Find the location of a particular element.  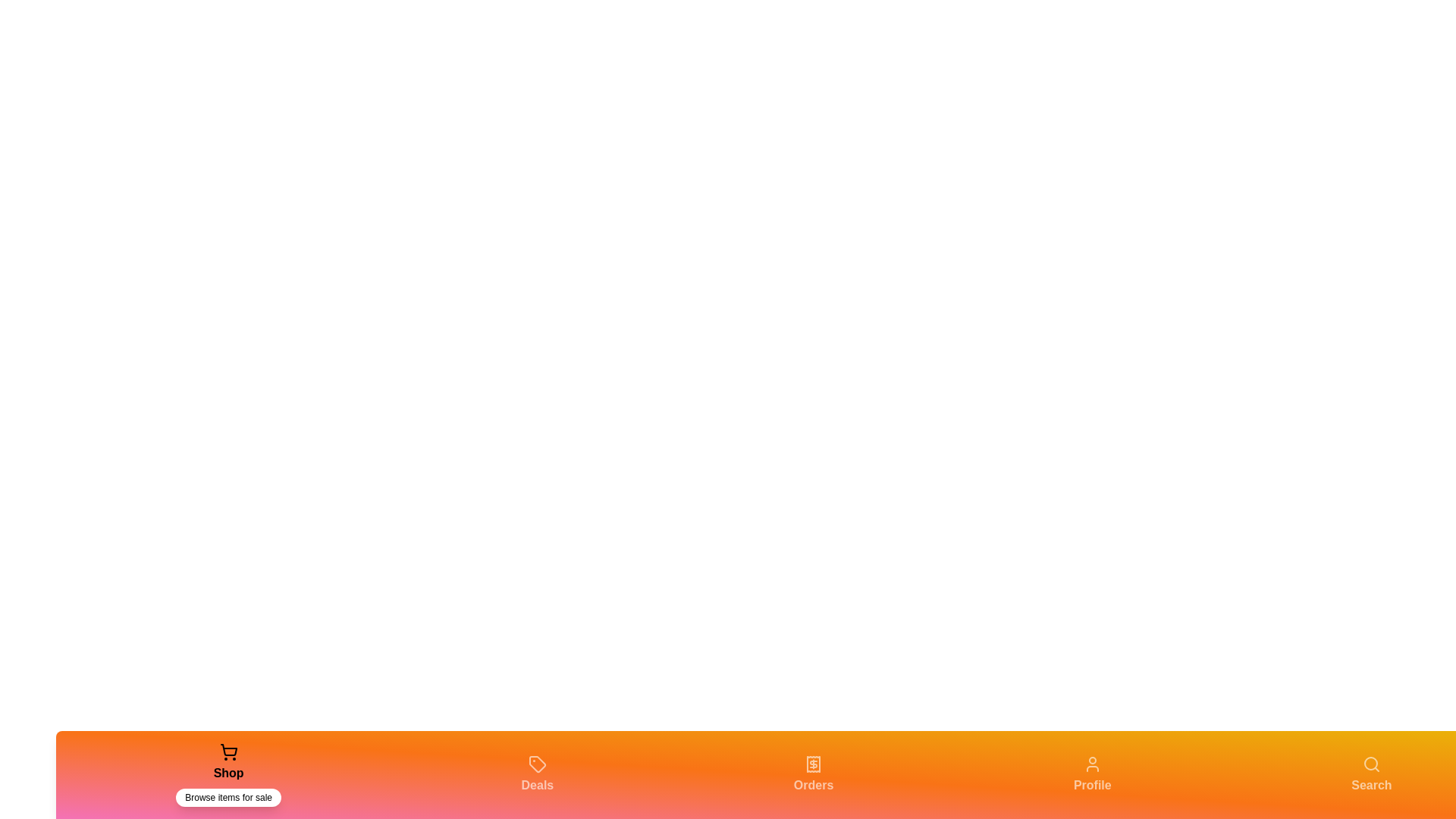

the tab labeled 'Profile' to view its description is located at coordinates (1092, 775).